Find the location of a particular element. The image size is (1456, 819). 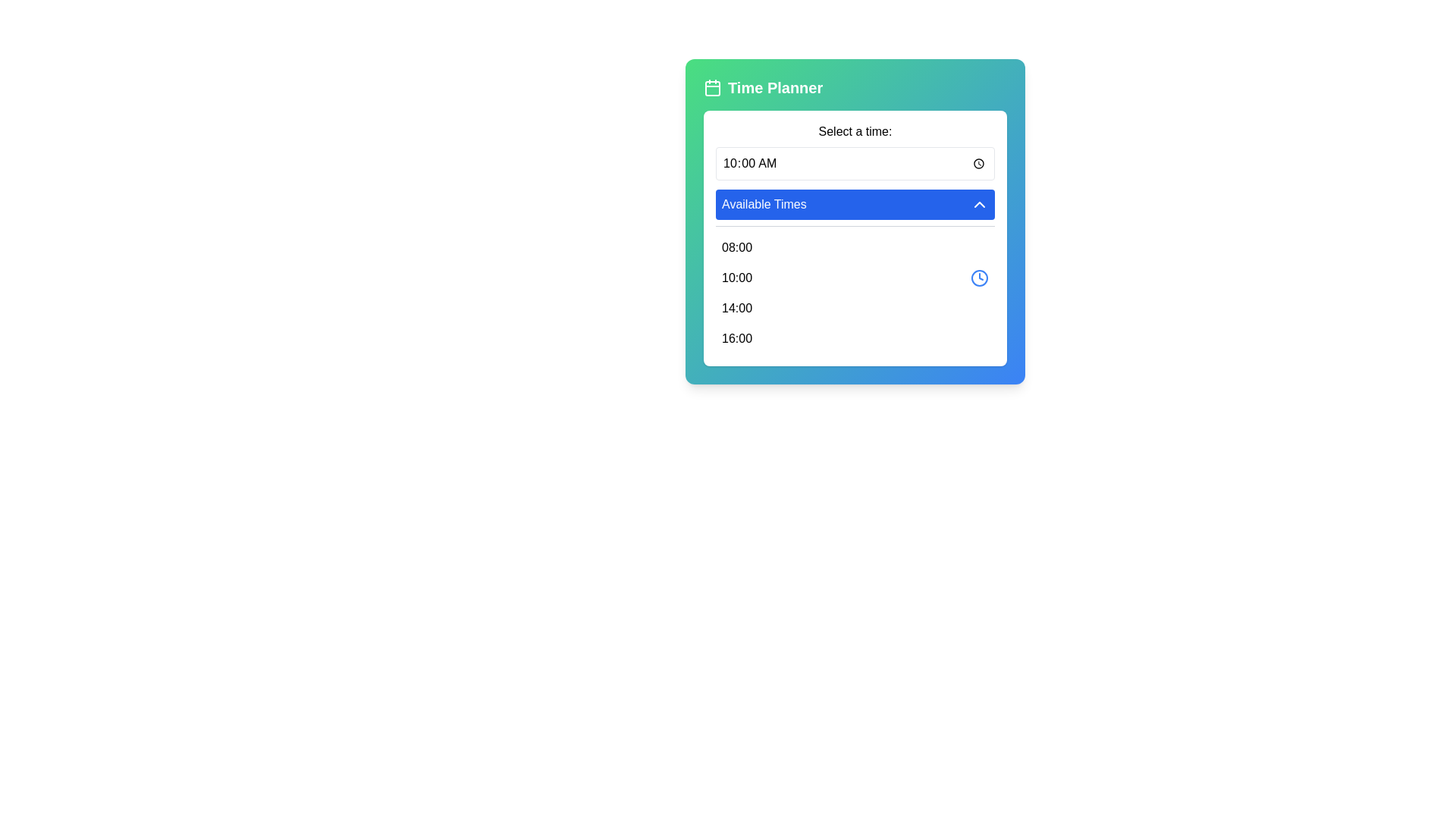

a specific time from the dropdown in the Interactive time selection panel, which features a bold label 'Time Planner' and a blue dropdown button labeled 'Available Times' is located at coordinates (855, 221).